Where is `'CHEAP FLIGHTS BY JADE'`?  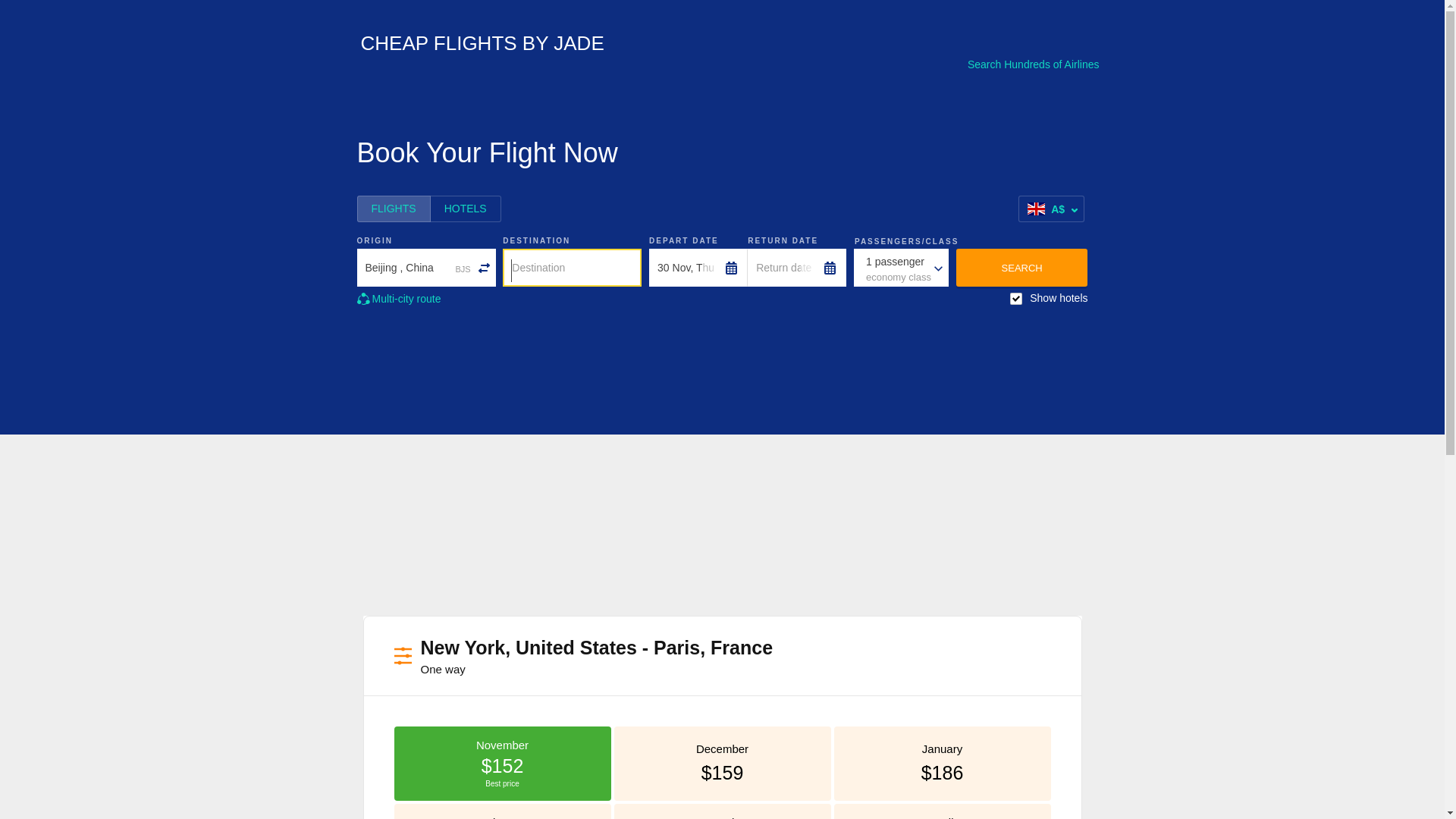 'CHEAP FLIGHTS BY JADE' is located at coordinates (474, 45).